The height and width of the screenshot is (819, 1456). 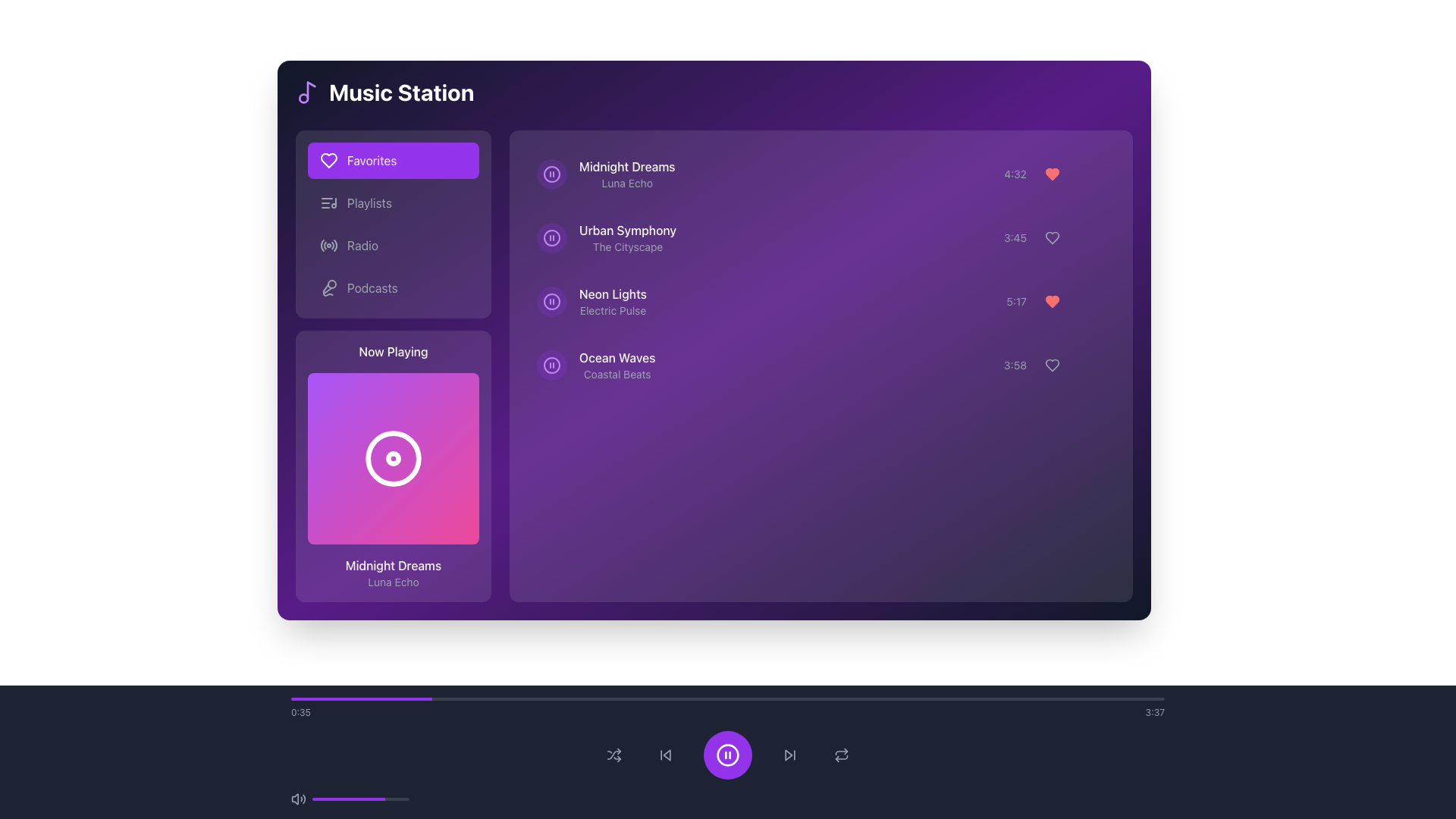 What do you see at coordinates (728, 755) in the screenshot?
I see `the 'pause' icon located at the bottom section of the music application's interface for tooltip or visual feedback` at bounding box center [728, 755].